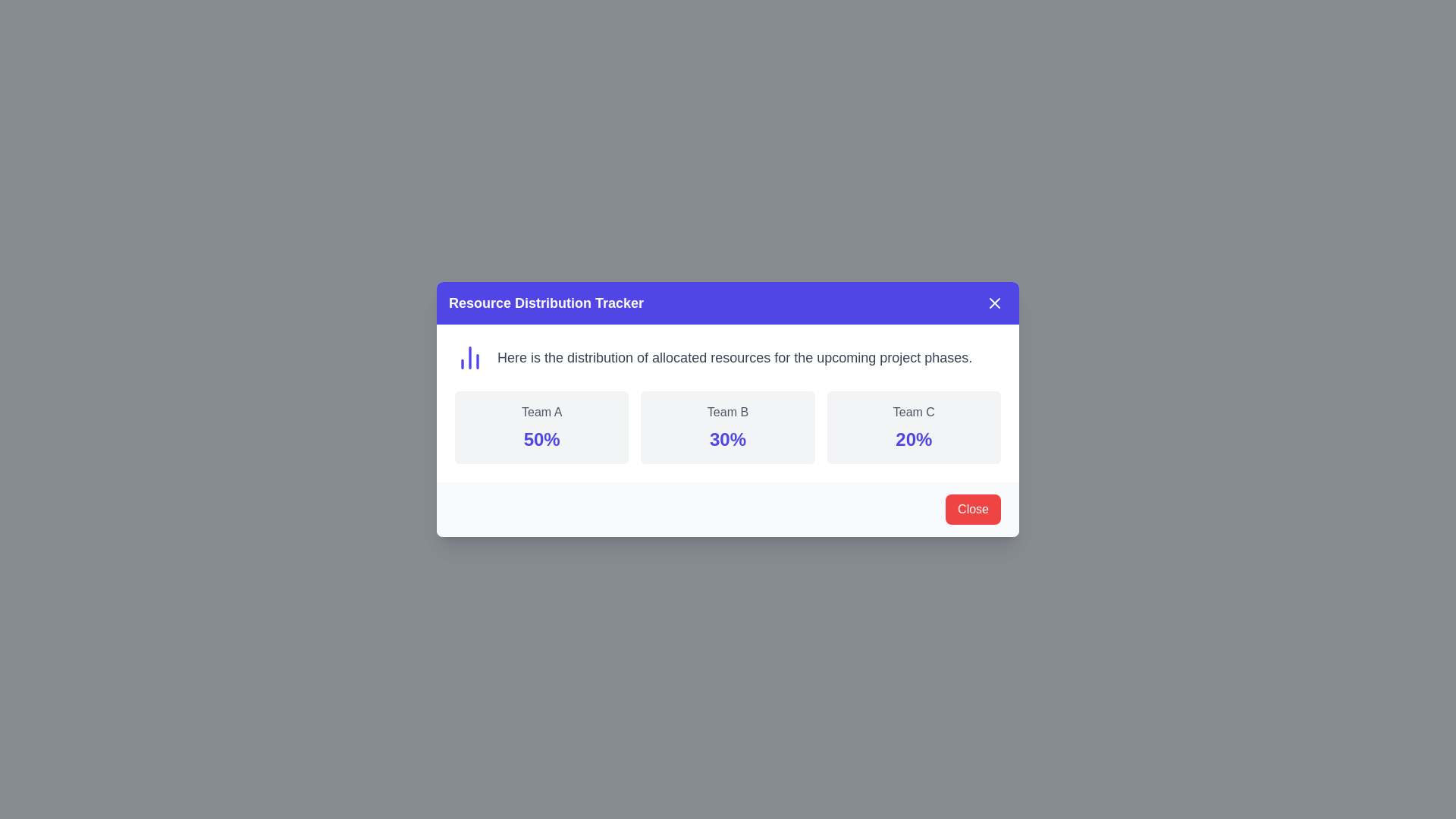 This screenshot has height=819, width=1456. What do you see at coordinates (541, 439) in the screenshot?
I see `the text display showing '50%' in bold indigo color within the 'Team A' card` at bounding box center [541, 439].